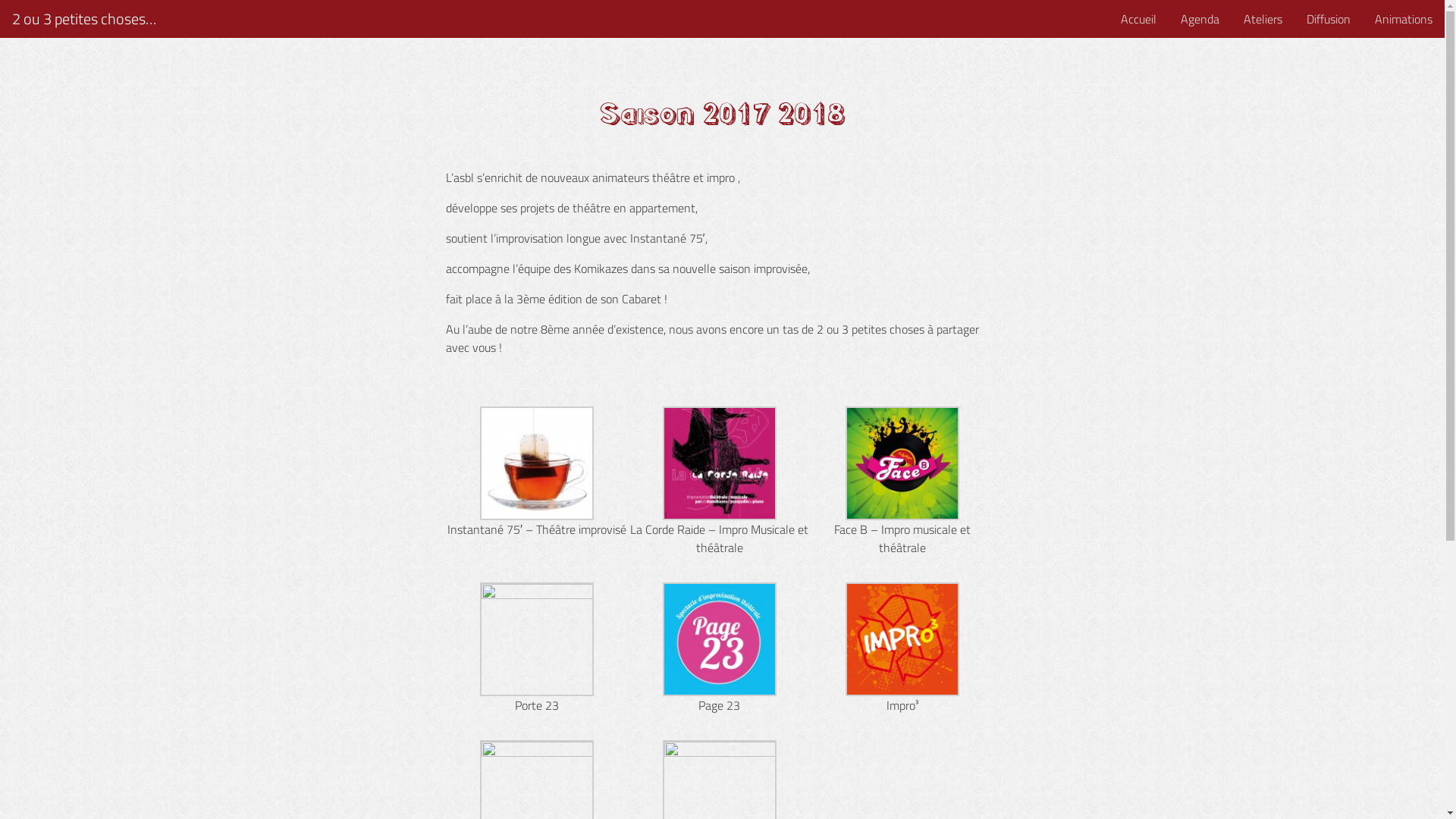 The width and height of the screenshot is (1456, 819). What do you see at coordinates (1199, 18) in the screenshot?
I see `'Agenda'` at bounding box center [1199, 18].